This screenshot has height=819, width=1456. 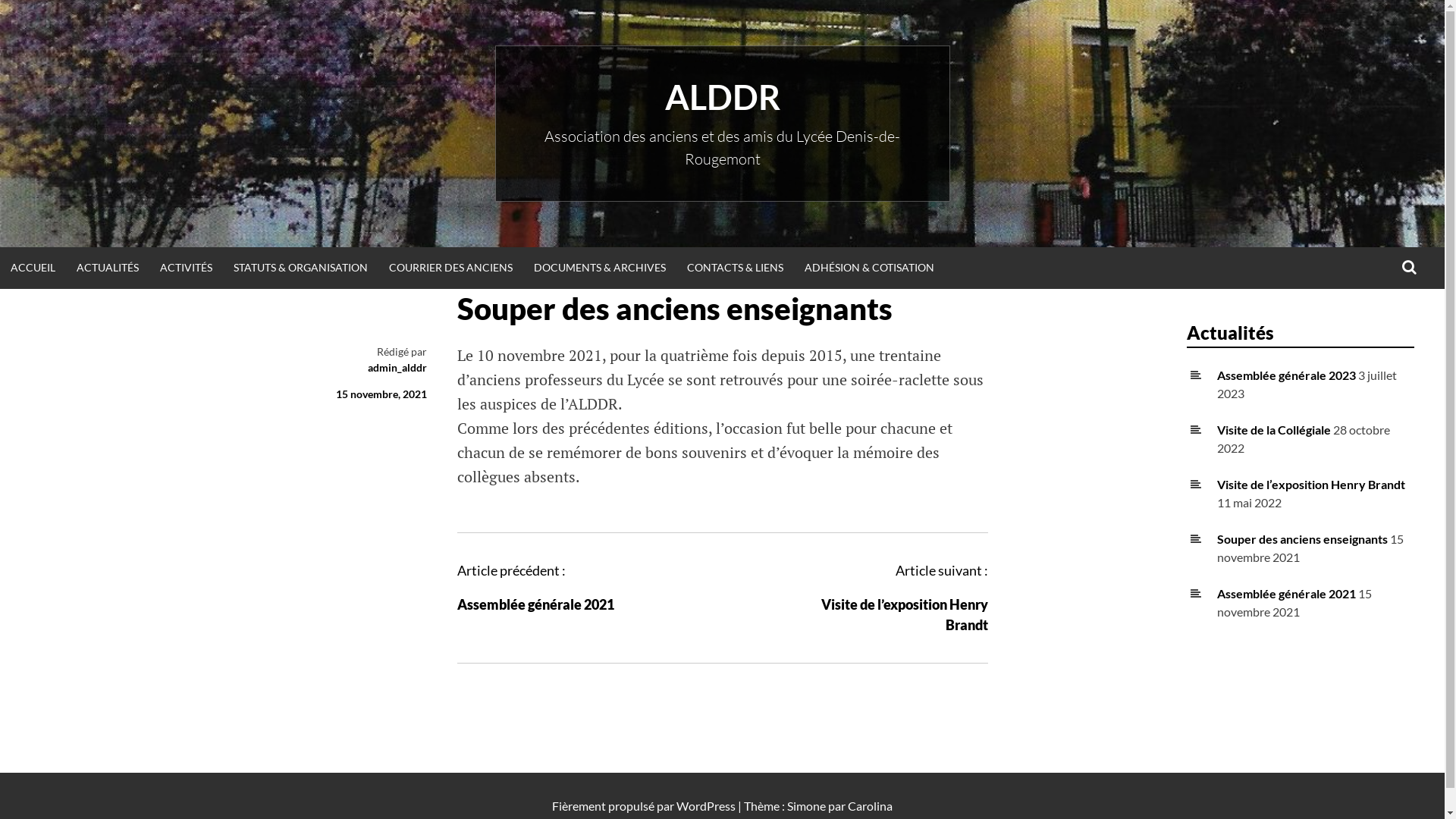 What do you see at coordinates (1407, 267) in the screenshot?
I see `'RECHERCHE'` at bounding box center [1407, 267].